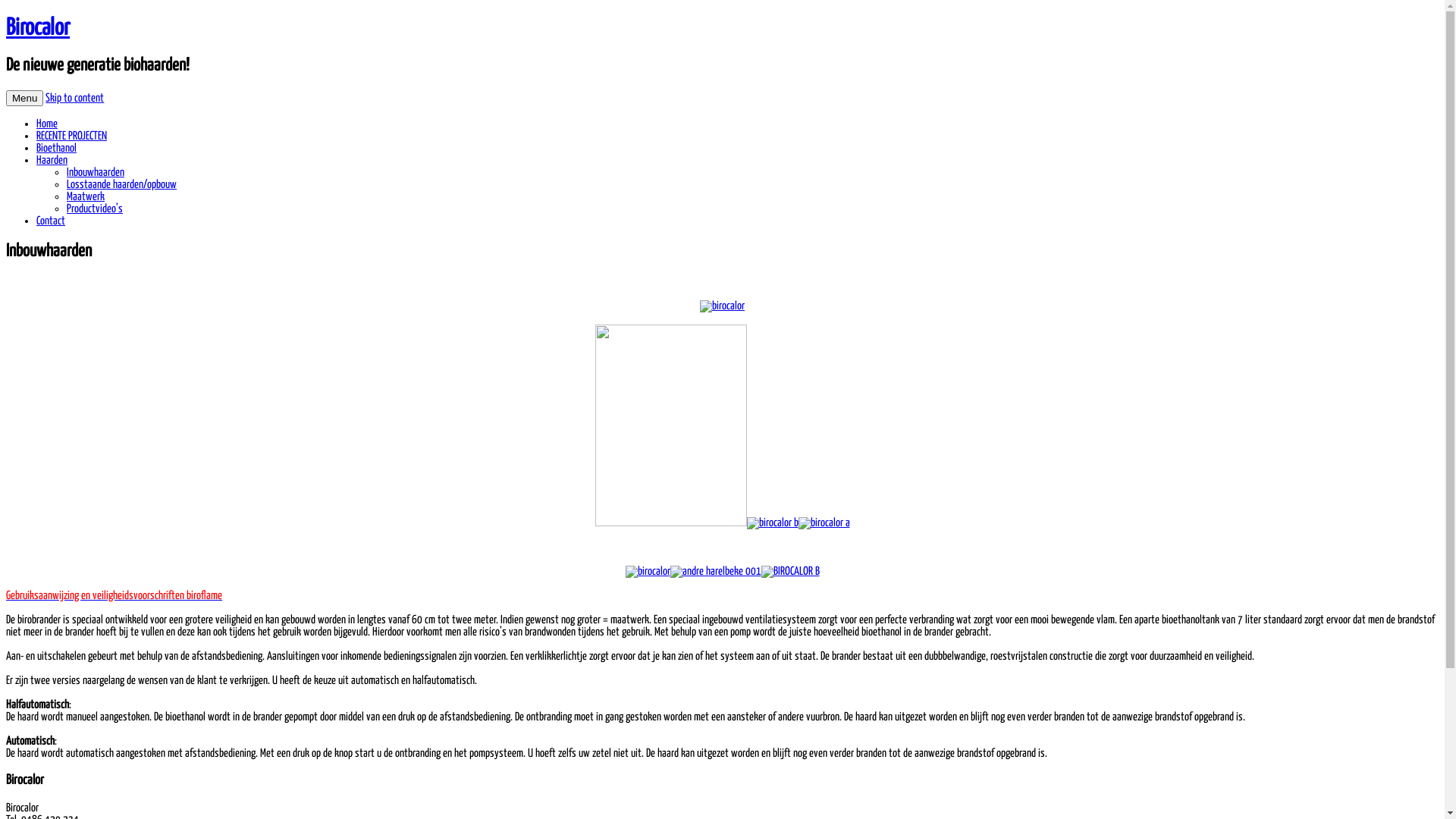 The width and height of the screenshot is (1456, 819). I want to click on 'Inbouwhaarden', so click(65, 171).